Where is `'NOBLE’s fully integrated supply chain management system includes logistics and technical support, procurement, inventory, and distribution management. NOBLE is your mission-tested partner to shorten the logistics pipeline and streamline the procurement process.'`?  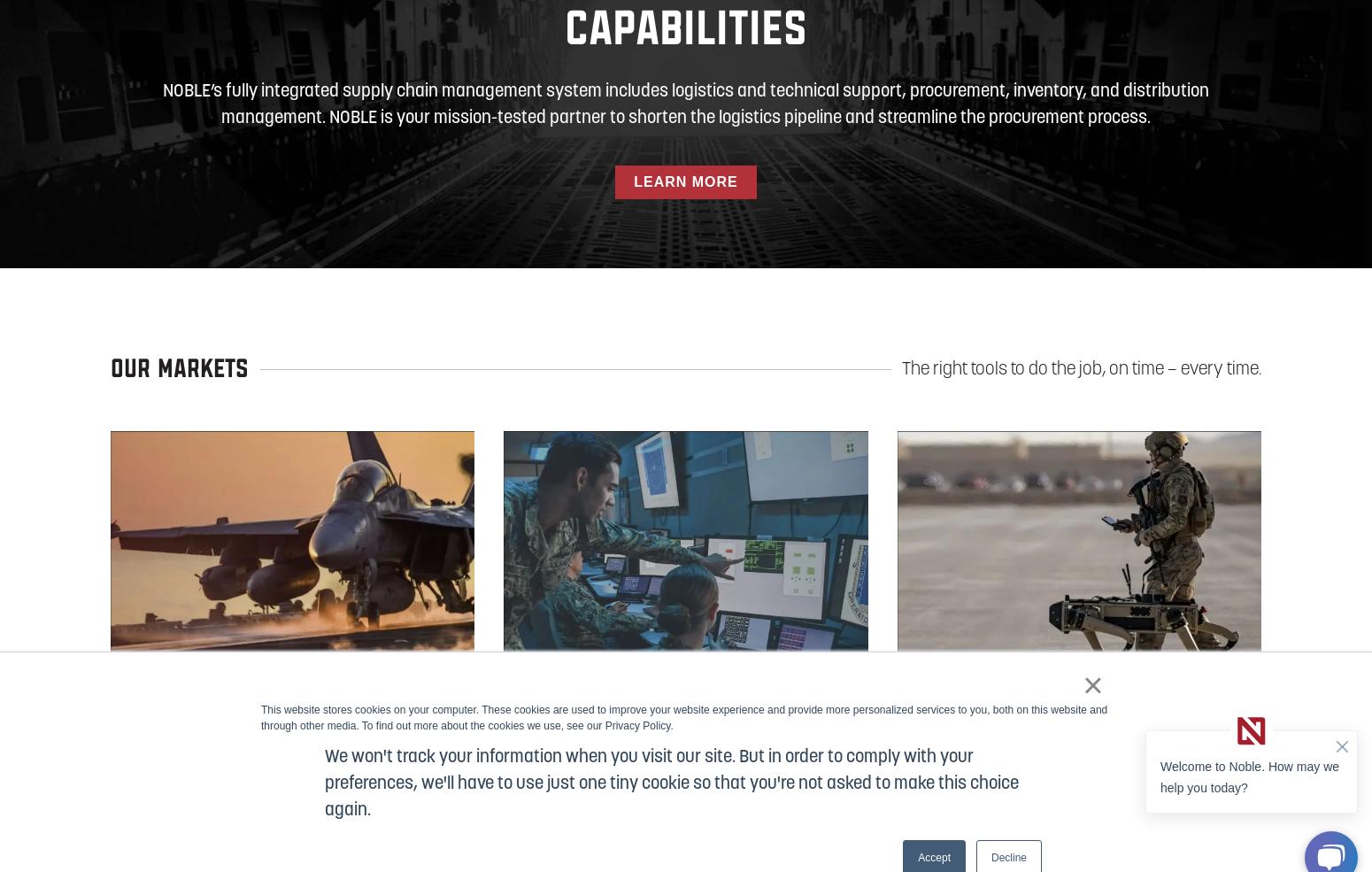 'NOBLE’s fully integrated supply chain management system includes logistics and technical support, procurement, inventory, and distribution management. NOBLE is your mission-tested partner to shorten the logistics pipeline and streamline the procurement process.' is located at coordinates (686, 104).